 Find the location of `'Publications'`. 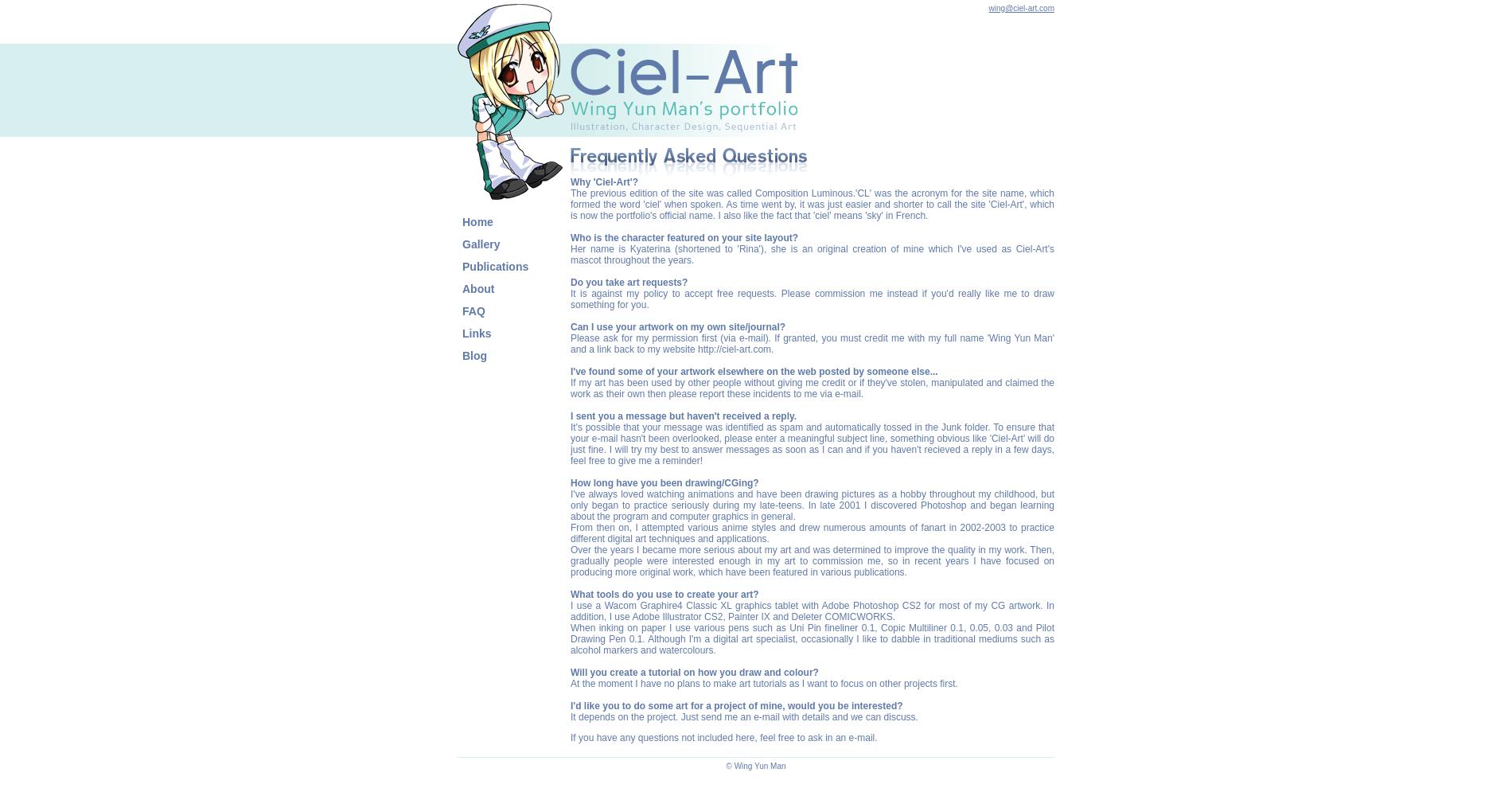

'Publications' is located at coordinates (495, 266).